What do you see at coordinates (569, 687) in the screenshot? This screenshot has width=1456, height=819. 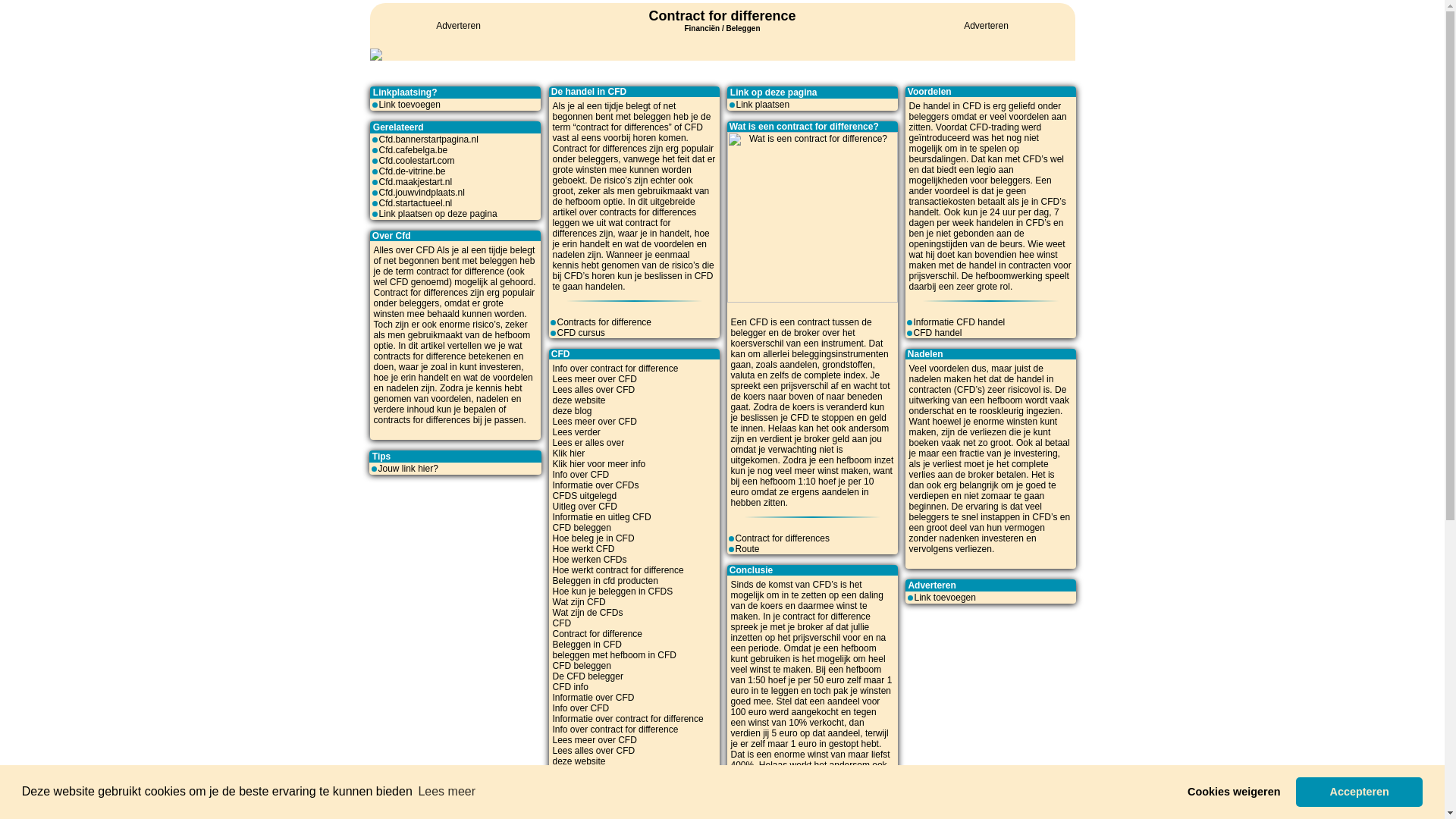 I see `'CFD info'` at bounding box center [569, 687].